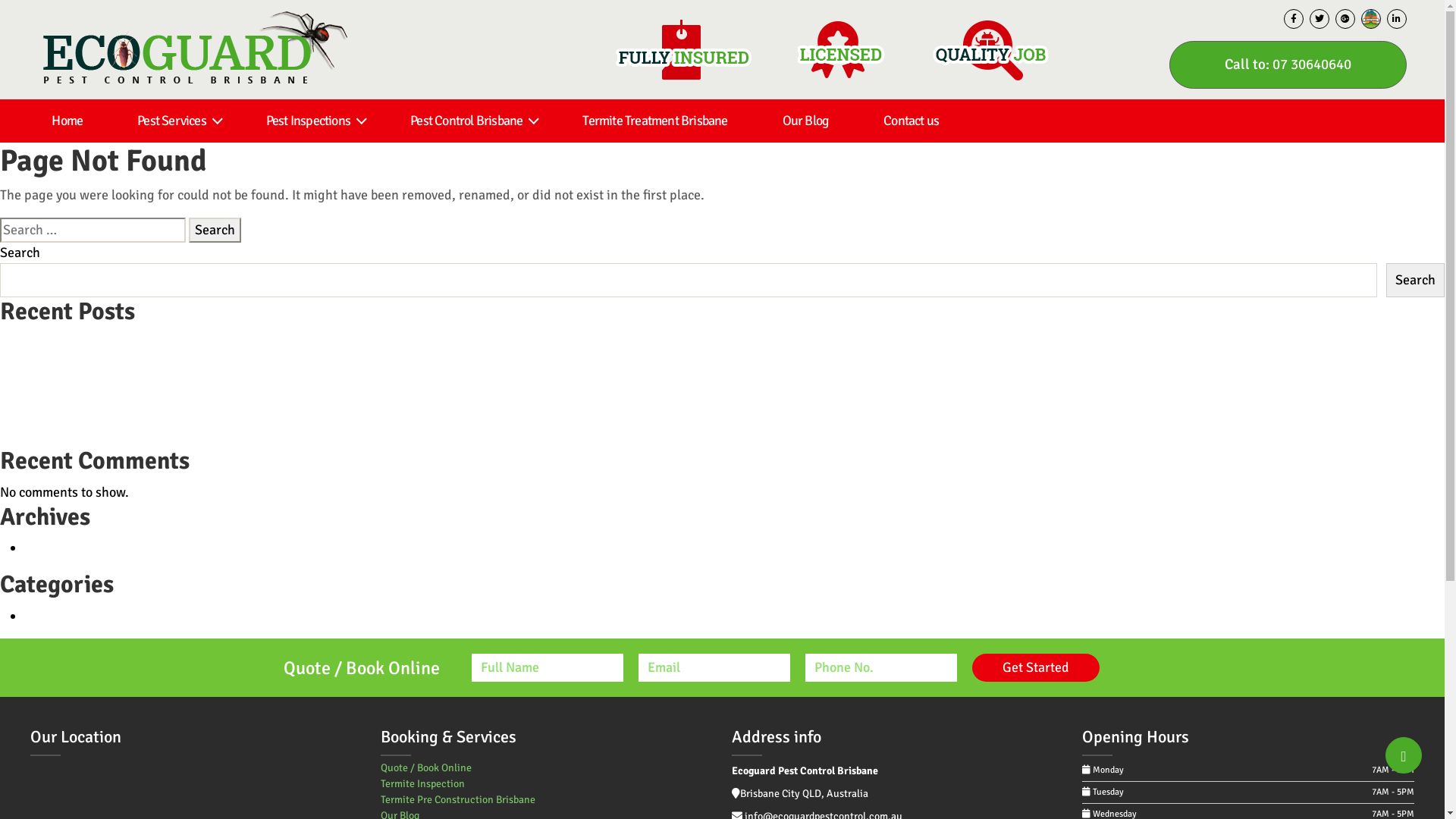 The image size is (1456, 819). What do you see at coordinates (805, 120) in the screenshot?
I see `'Our Blog'` at bounding box center [805, 120].